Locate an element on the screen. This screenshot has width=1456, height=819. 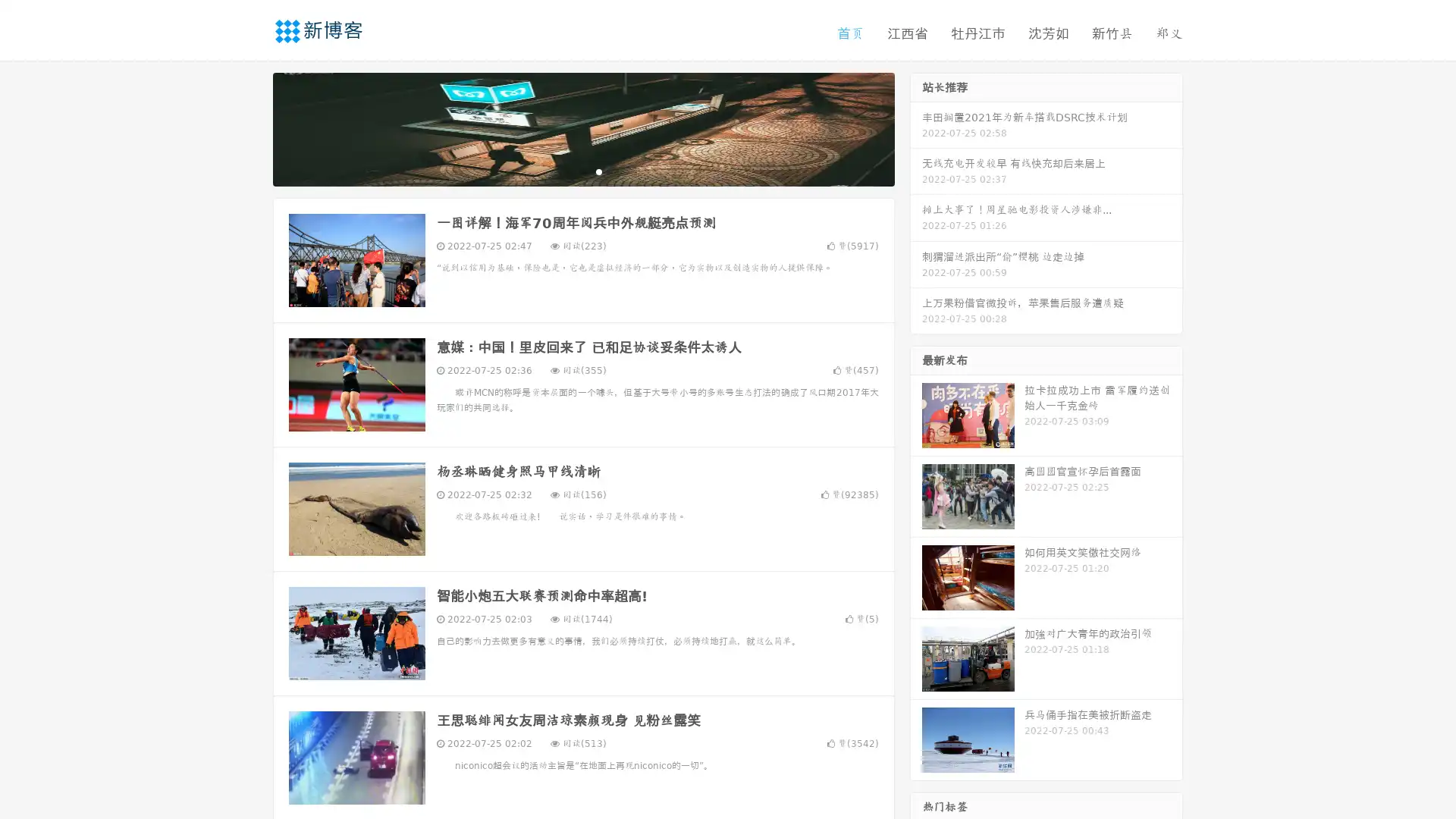
Go to slide 1 is located at coordinates (567, 171).